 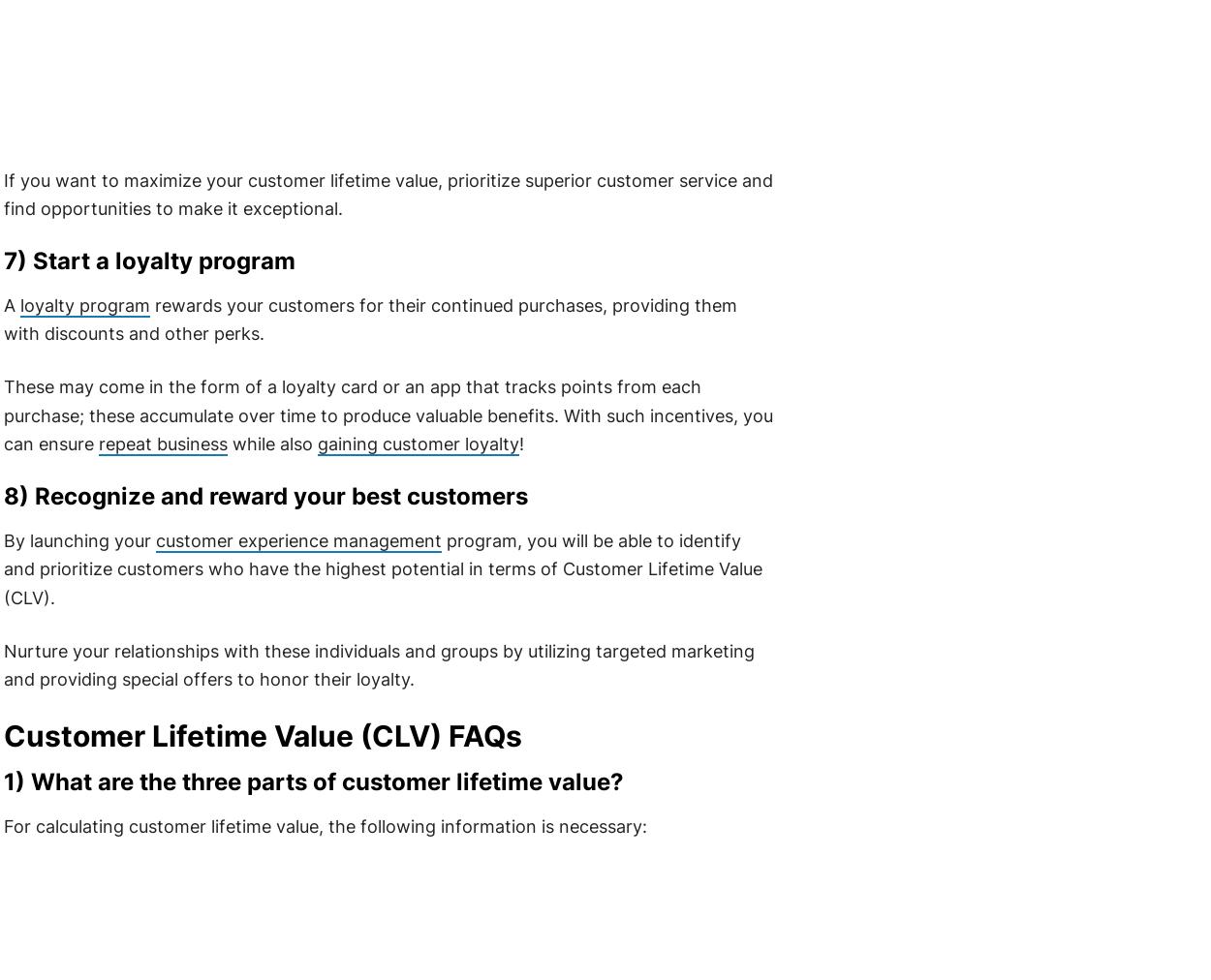 I want to click on 'gaining customer loyalty', so click(x=418, y=443).